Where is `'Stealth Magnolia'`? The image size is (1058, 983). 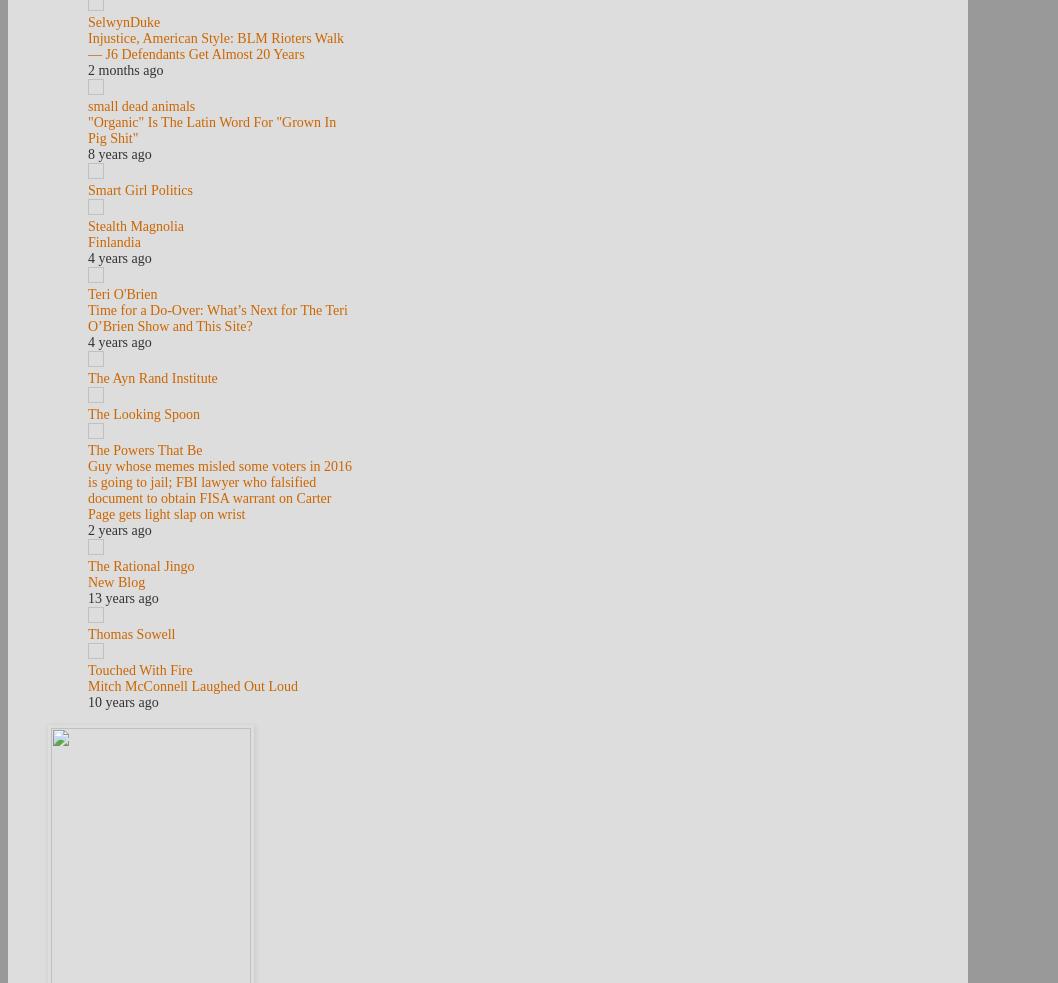
'Stealth Magnolia' is located at coordinates (134, 226).